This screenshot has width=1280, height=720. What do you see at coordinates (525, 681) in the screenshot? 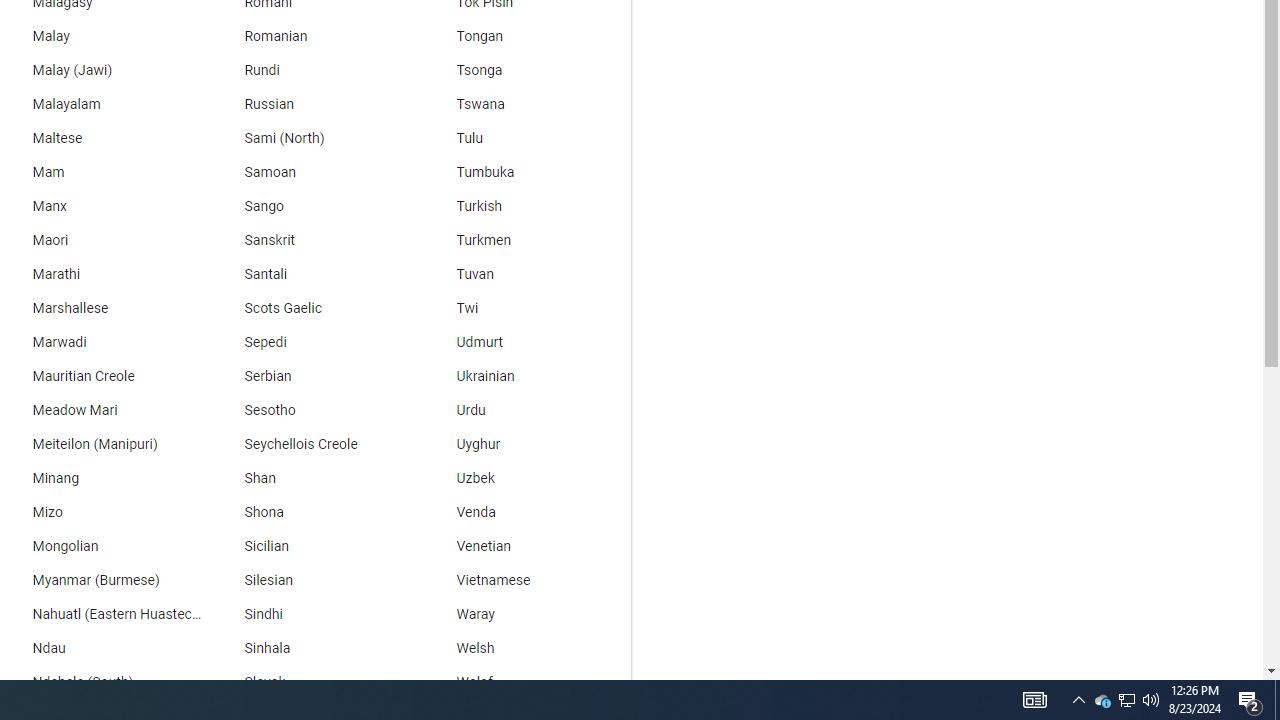
I see `'Wolof'` at bounding box center [525, 681].